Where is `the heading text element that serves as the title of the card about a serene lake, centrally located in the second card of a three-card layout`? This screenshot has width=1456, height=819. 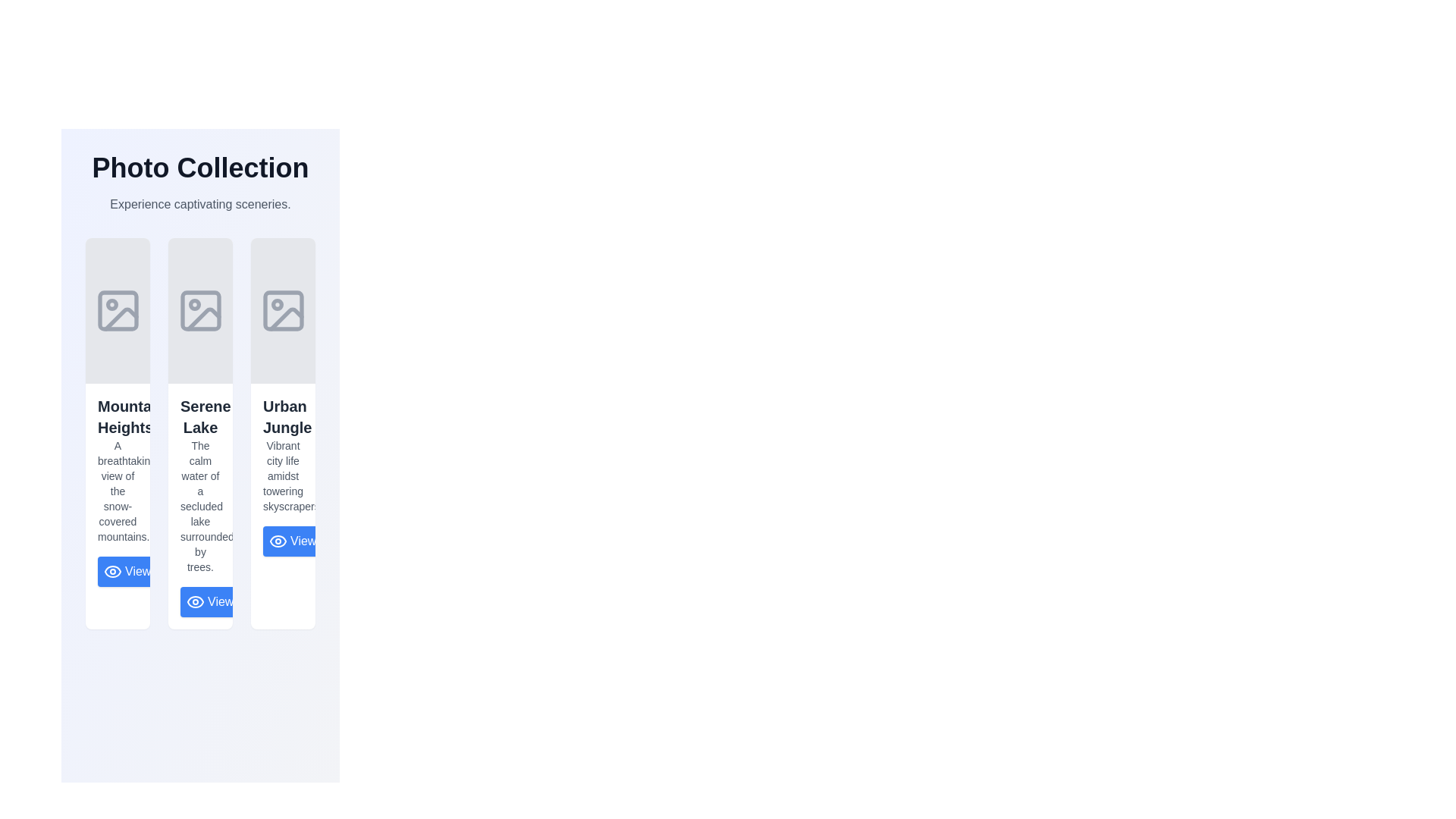
the heading text element that serves as the title of the card about a serene lake, centrally located in the second card of a three-card layout is located at coordinates (199, 417).